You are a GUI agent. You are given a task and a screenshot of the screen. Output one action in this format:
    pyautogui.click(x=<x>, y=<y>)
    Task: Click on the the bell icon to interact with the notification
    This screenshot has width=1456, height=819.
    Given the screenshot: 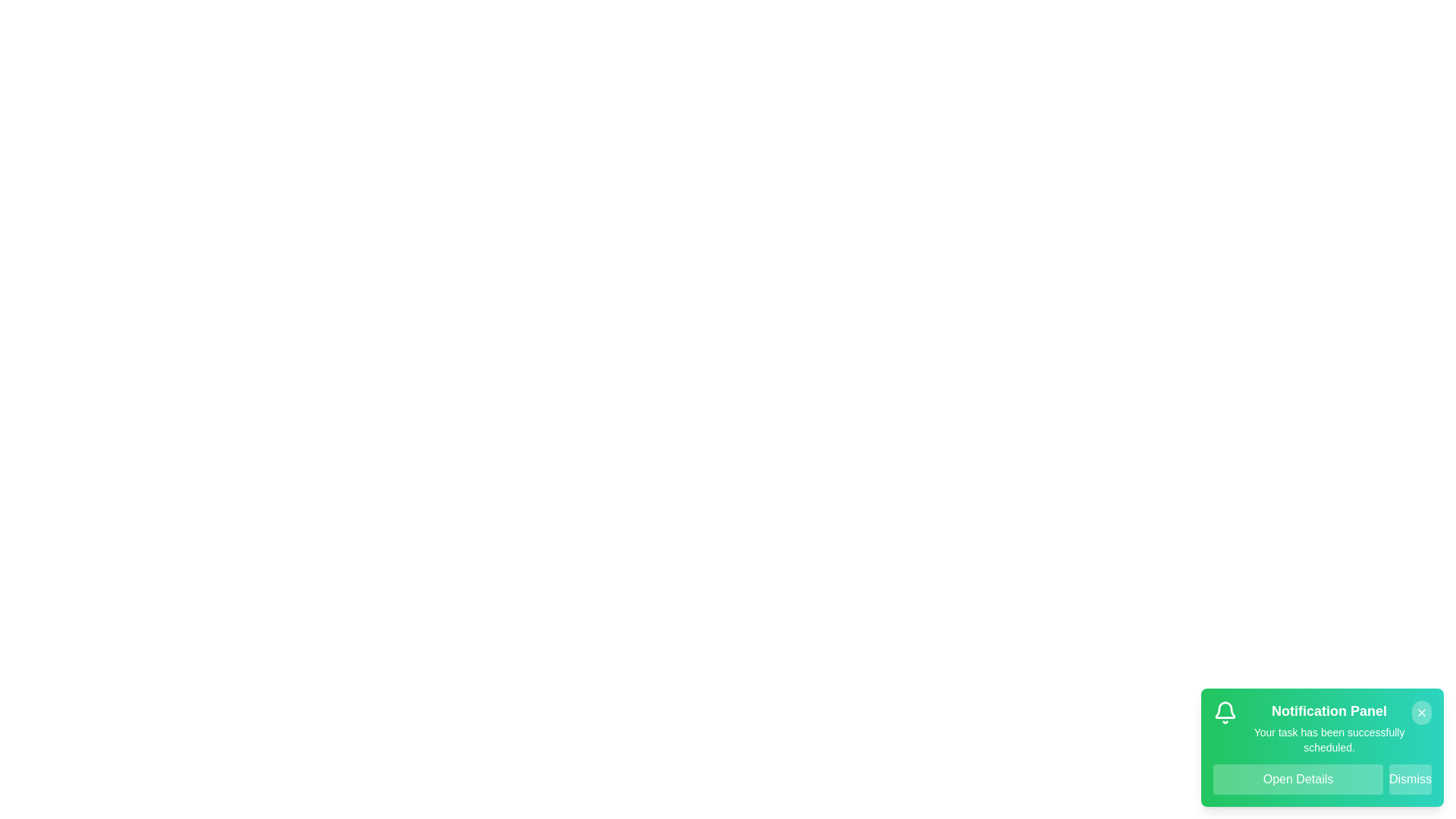 What is the action you would take?
    pyautogui.click(x=1225, y=713)
    